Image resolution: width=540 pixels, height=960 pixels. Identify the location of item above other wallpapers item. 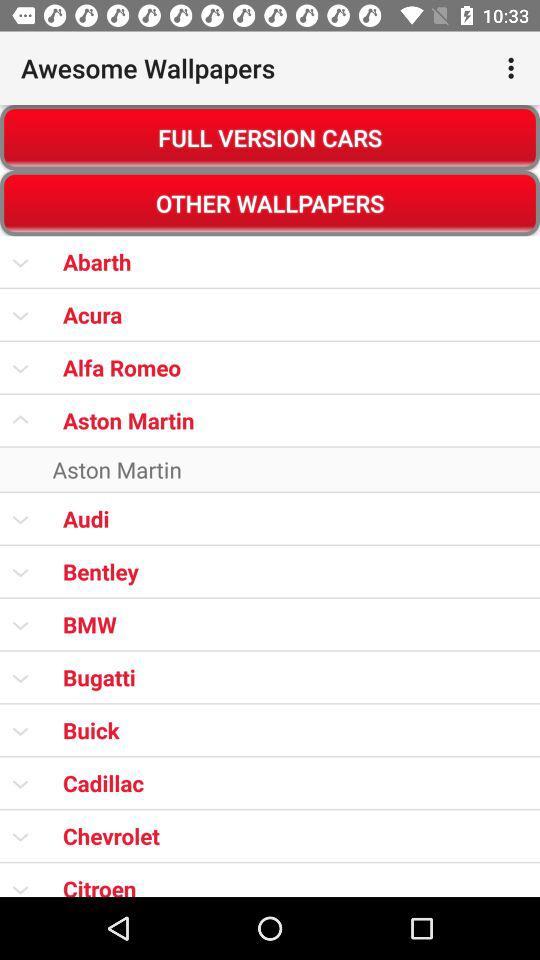
(270, 136).